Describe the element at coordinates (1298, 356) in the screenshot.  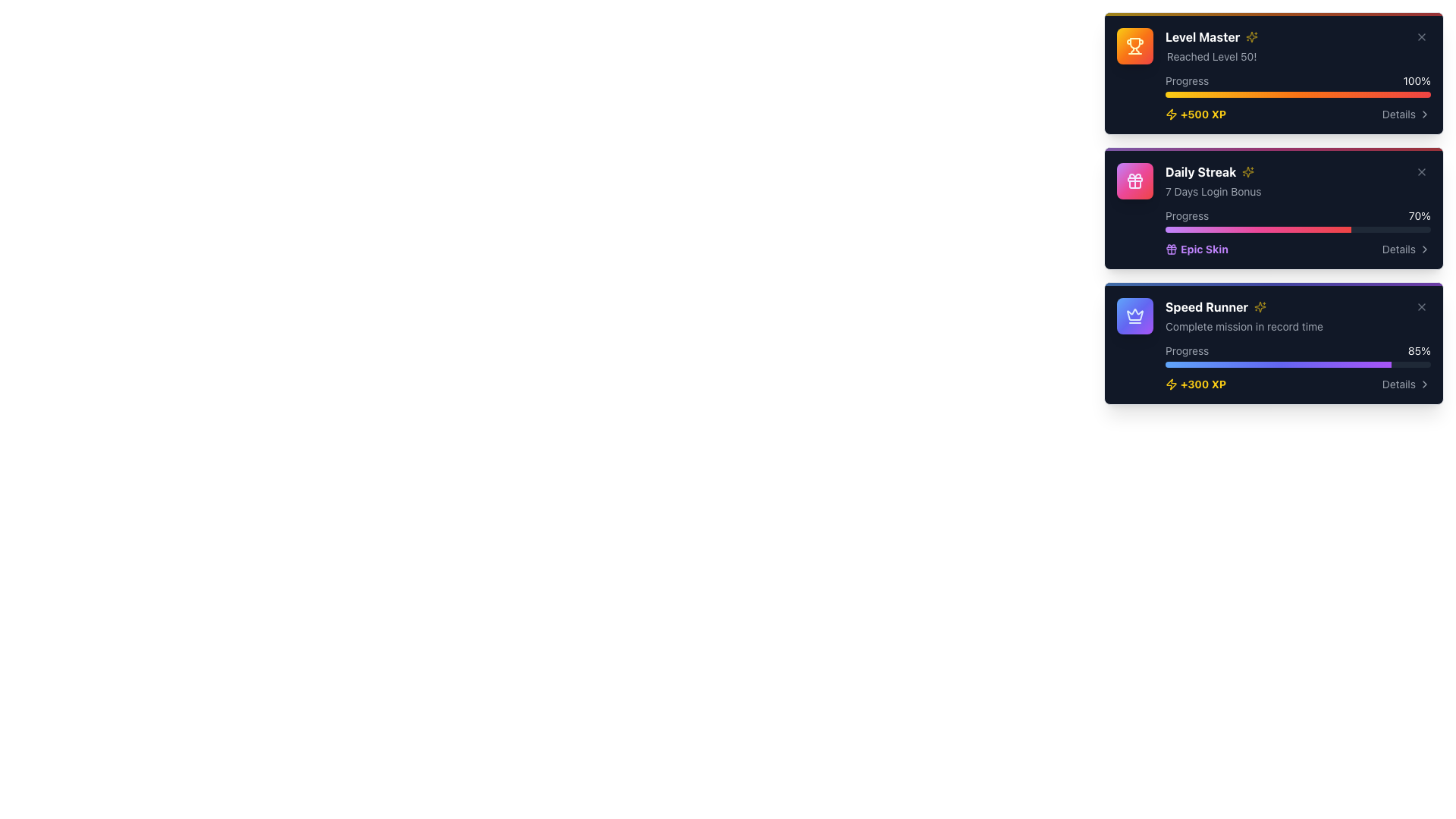
I see `the progress visually on the progress bar labeled 'Speed Runner - Complete mission in record time', which indicates 85% completion` at that location.